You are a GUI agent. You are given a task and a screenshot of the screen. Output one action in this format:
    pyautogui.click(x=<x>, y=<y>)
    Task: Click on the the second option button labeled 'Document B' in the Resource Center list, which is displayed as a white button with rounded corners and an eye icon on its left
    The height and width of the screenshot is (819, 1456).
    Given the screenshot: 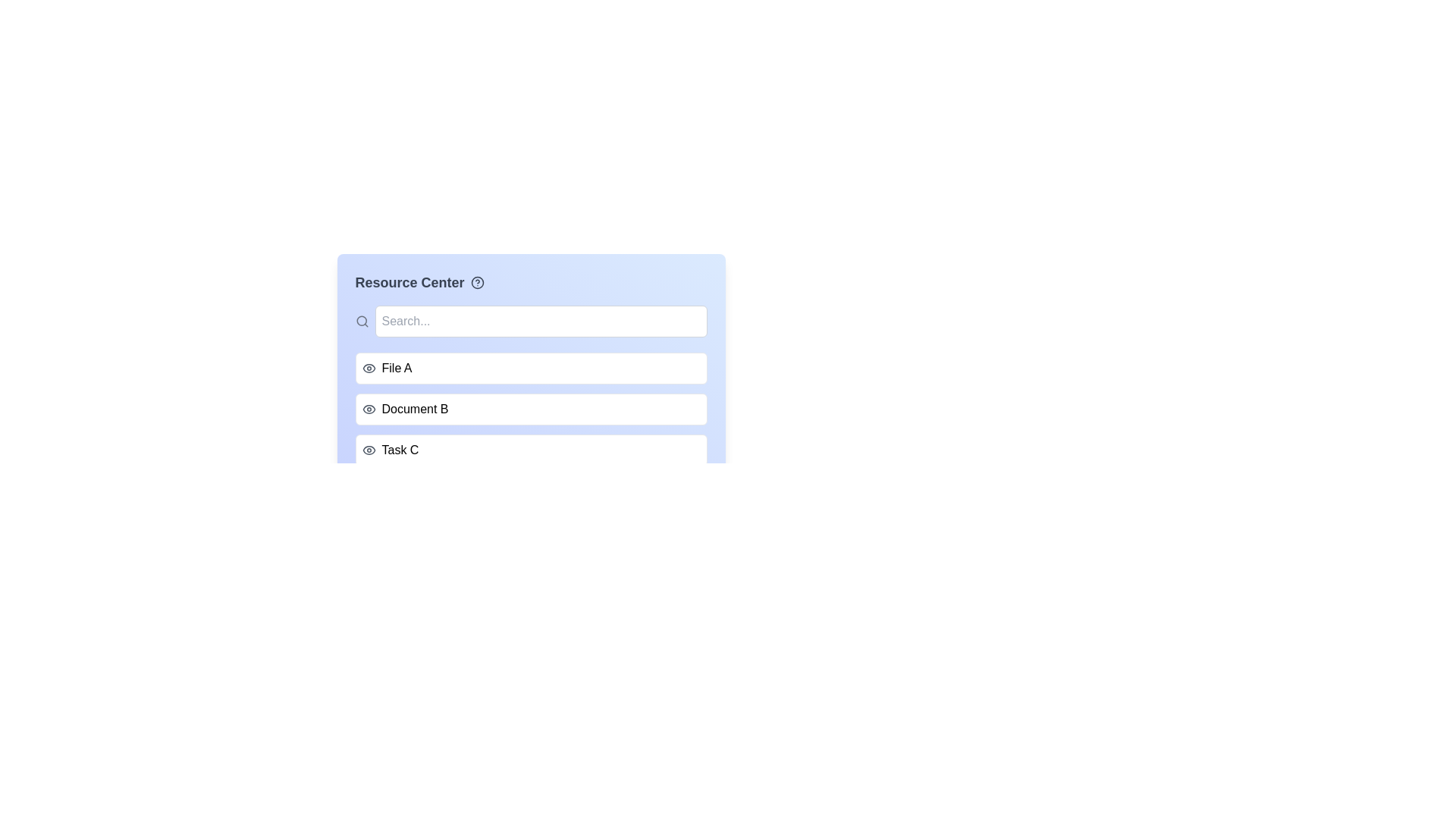 What is the action you would take?
    pyautogui.click(x=531, y=391)
    